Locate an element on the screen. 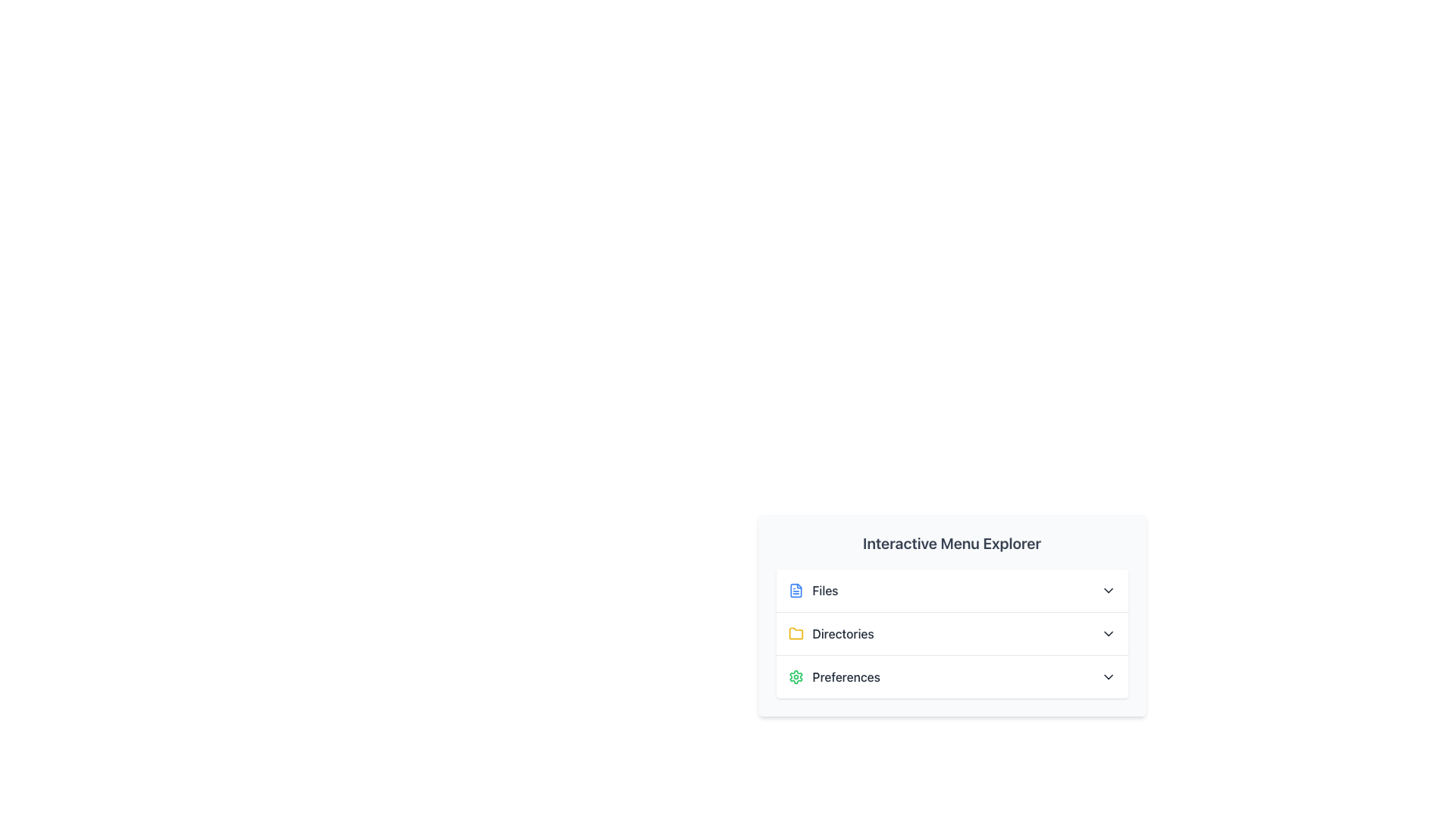  the 'Directories' menu item, which is the second item in a vertical menu containing 'Files', 'Directories', and 'Preferences' is located at coordinates (951, 633).